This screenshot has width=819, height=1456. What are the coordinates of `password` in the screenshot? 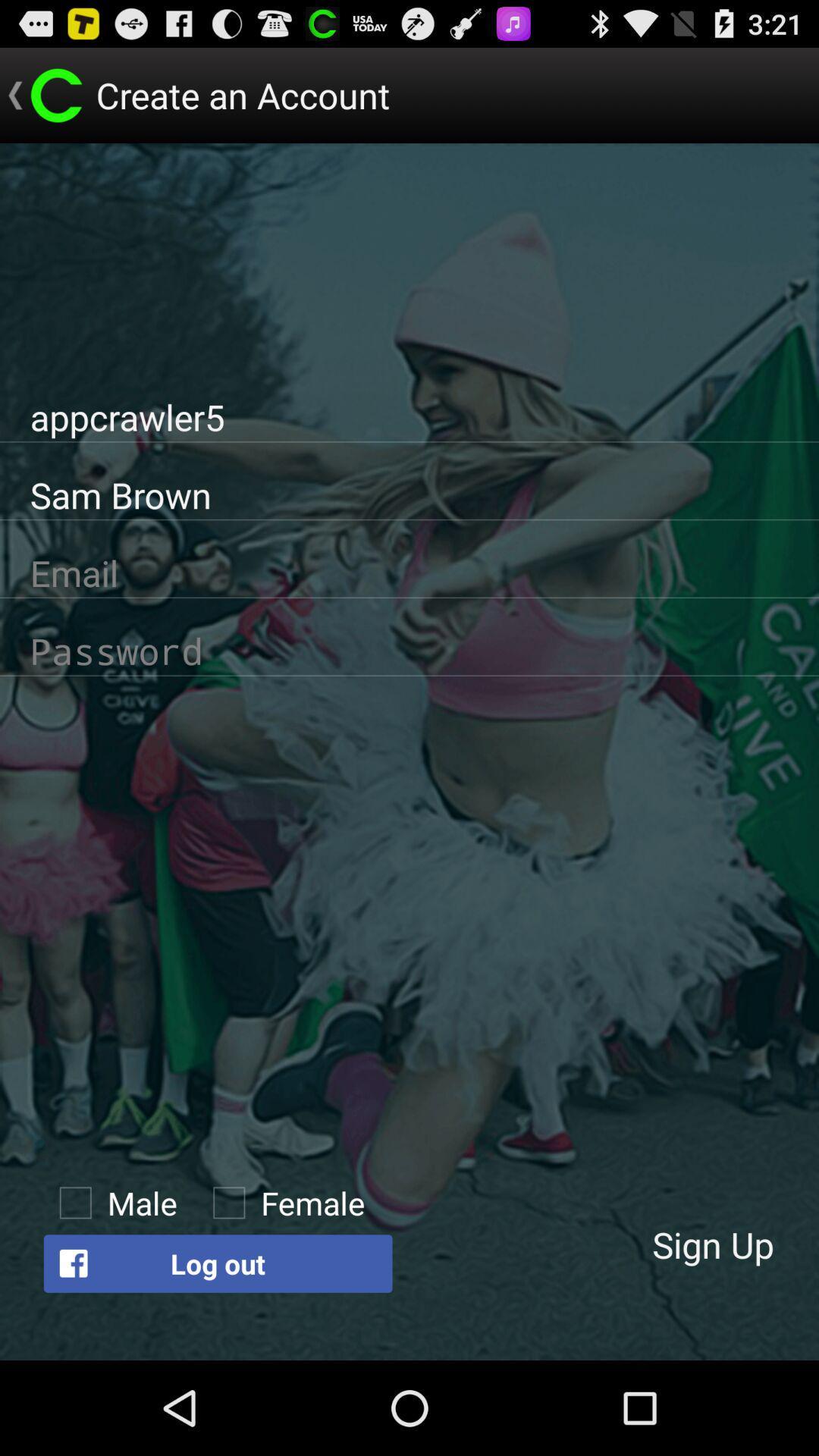 It's located at (409, 651).